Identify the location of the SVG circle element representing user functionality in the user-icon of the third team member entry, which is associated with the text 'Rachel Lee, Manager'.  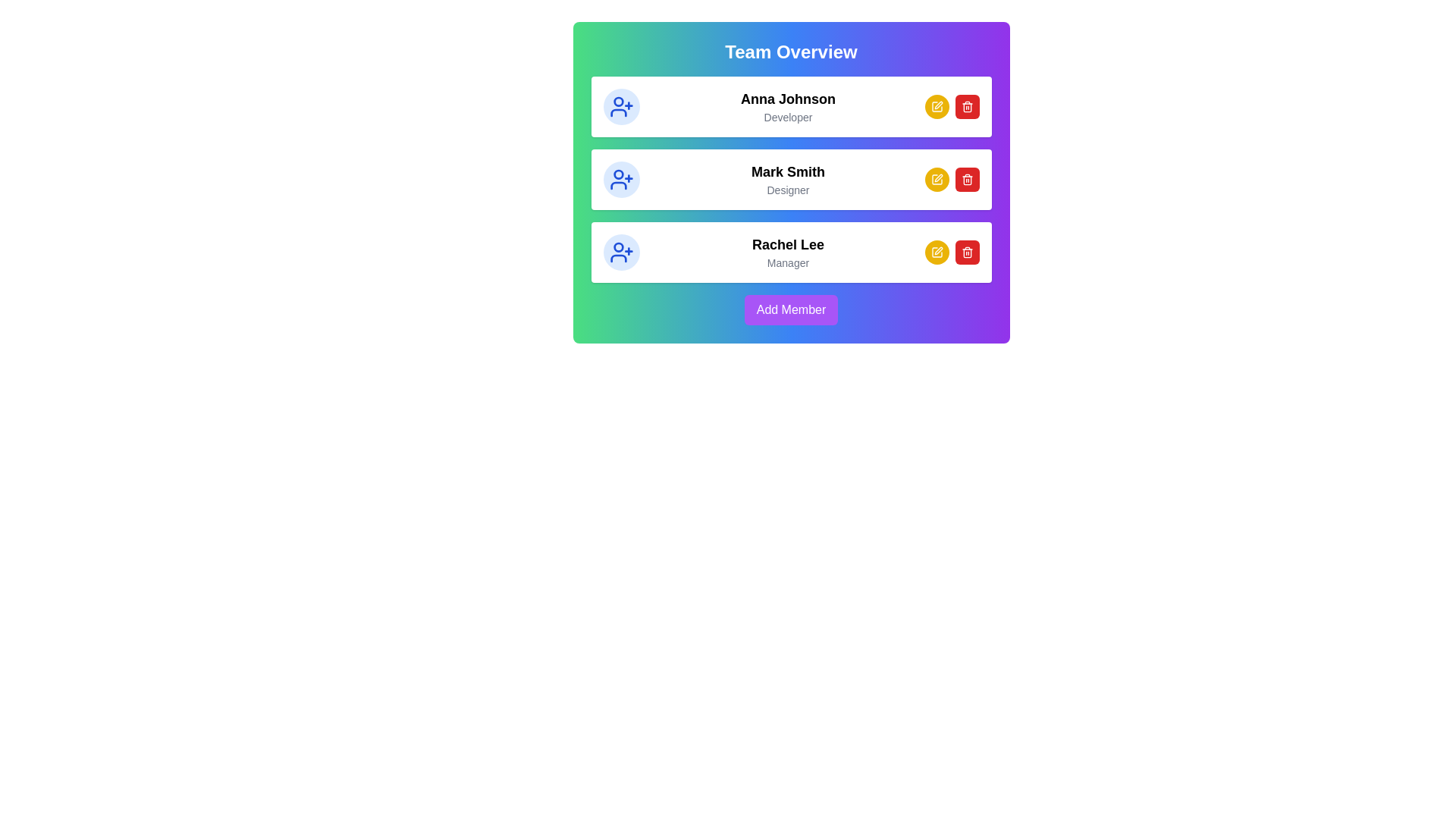
(618, 246).